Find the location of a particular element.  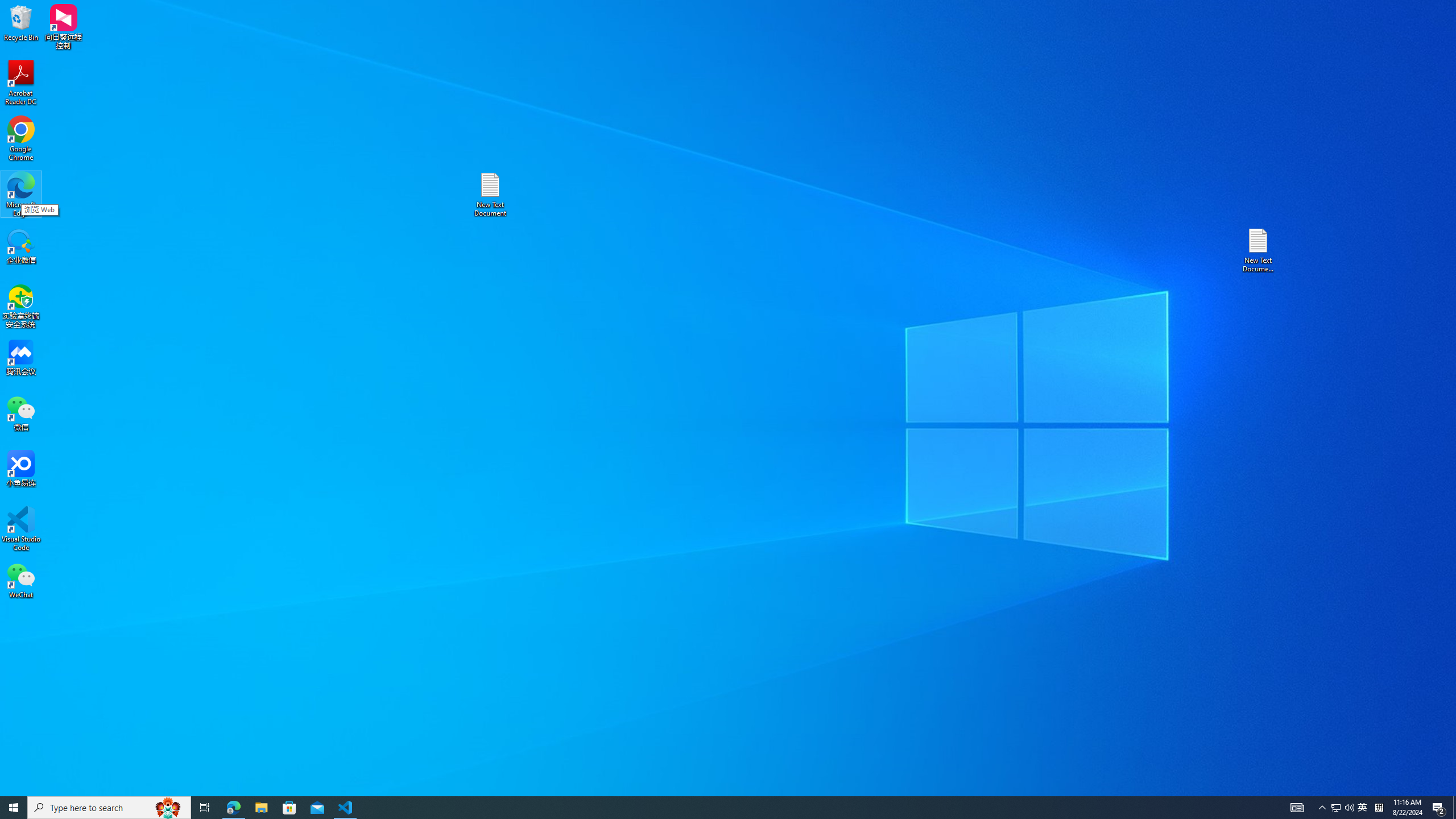

'Recycle Bin' is located at coordinates (20, 22).